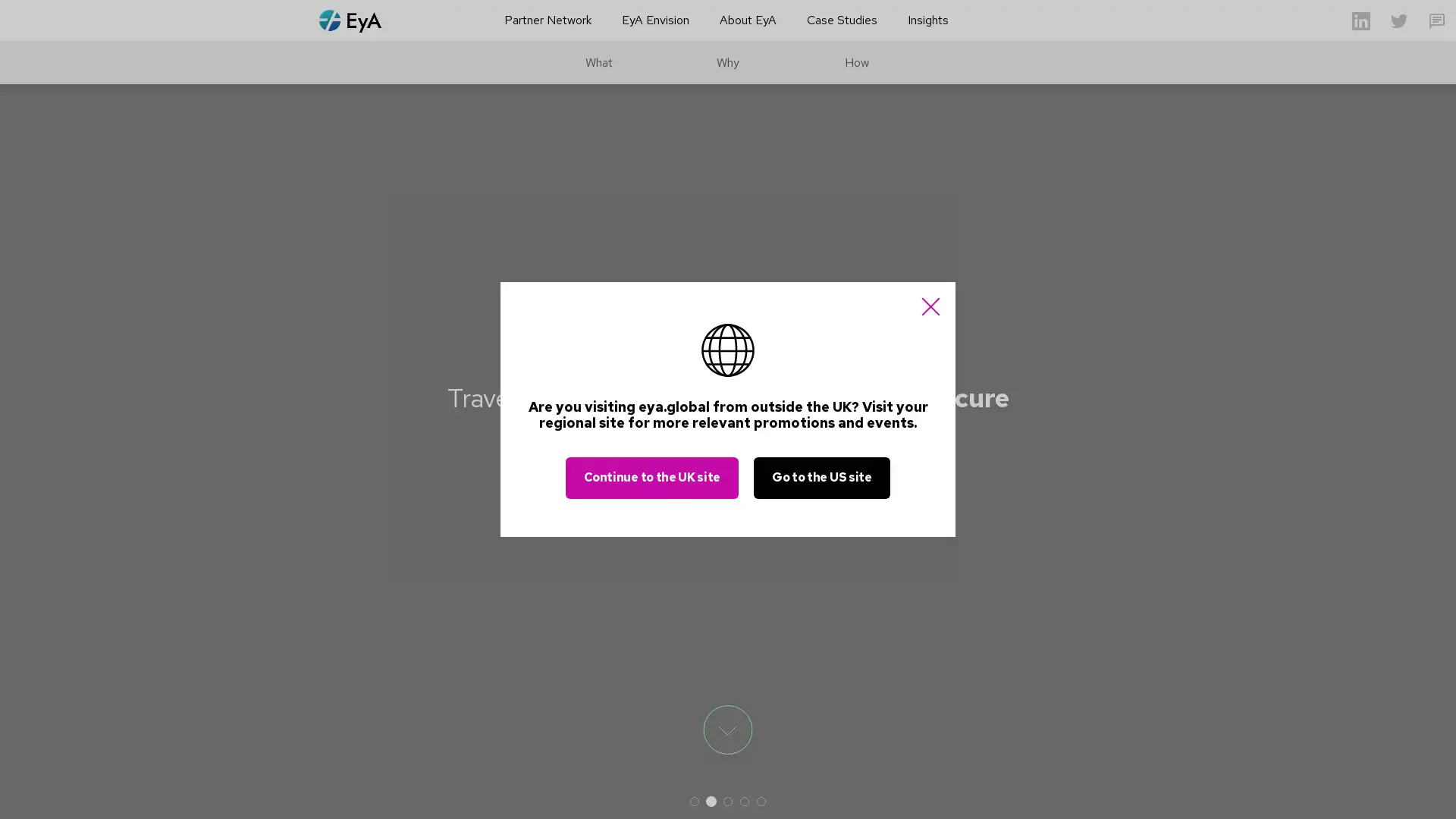 Image resolution: width=1456 pixels, height=819 pixels. I want to click on 1, so click(694, 800).